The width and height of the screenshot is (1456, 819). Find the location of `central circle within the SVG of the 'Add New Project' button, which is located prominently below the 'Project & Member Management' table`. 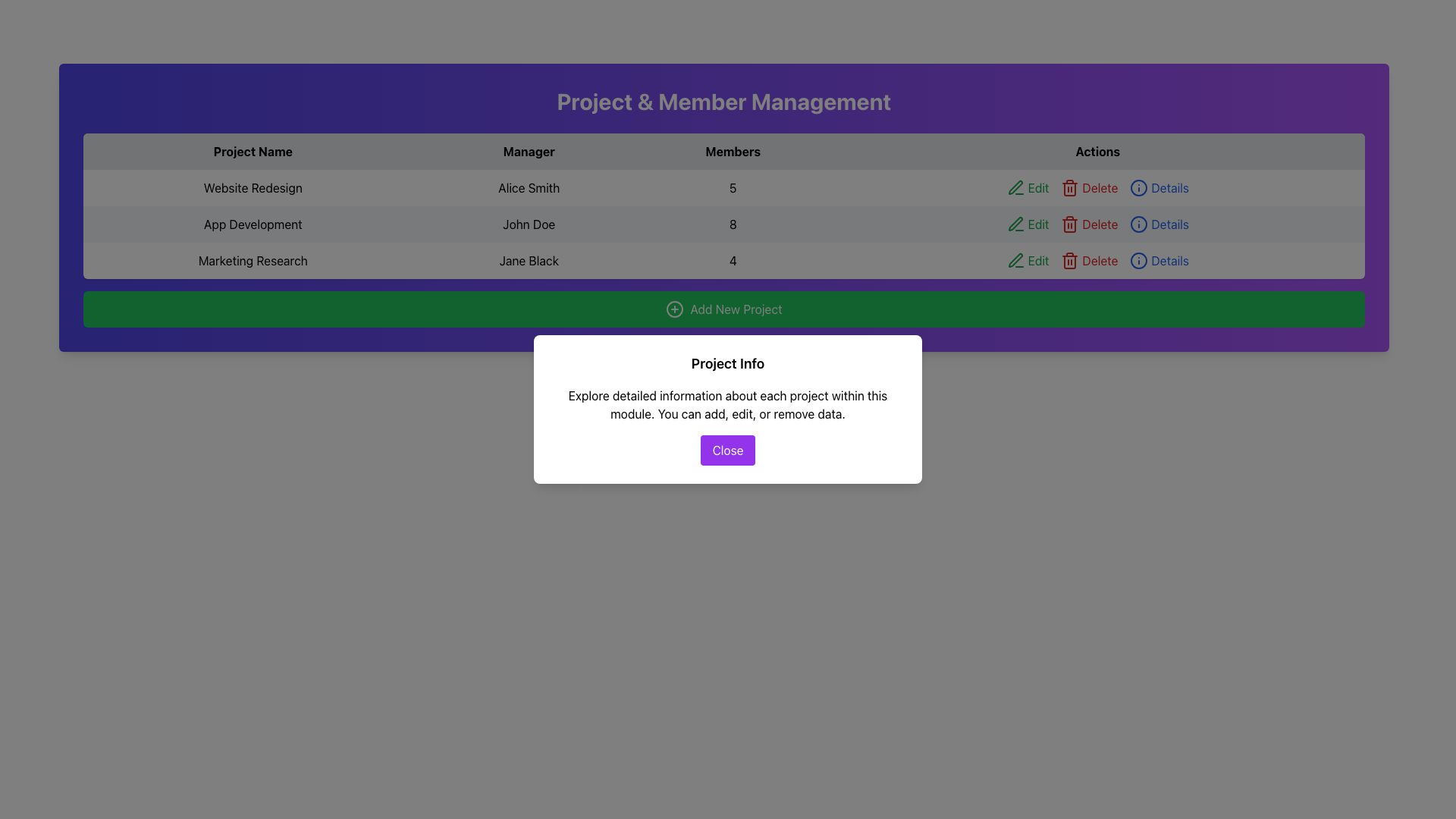

central circle within the SVG of the 'Add New Project' button, which is located prominently below the 'Project & Member Management' table is located at coordinates (674, 309).